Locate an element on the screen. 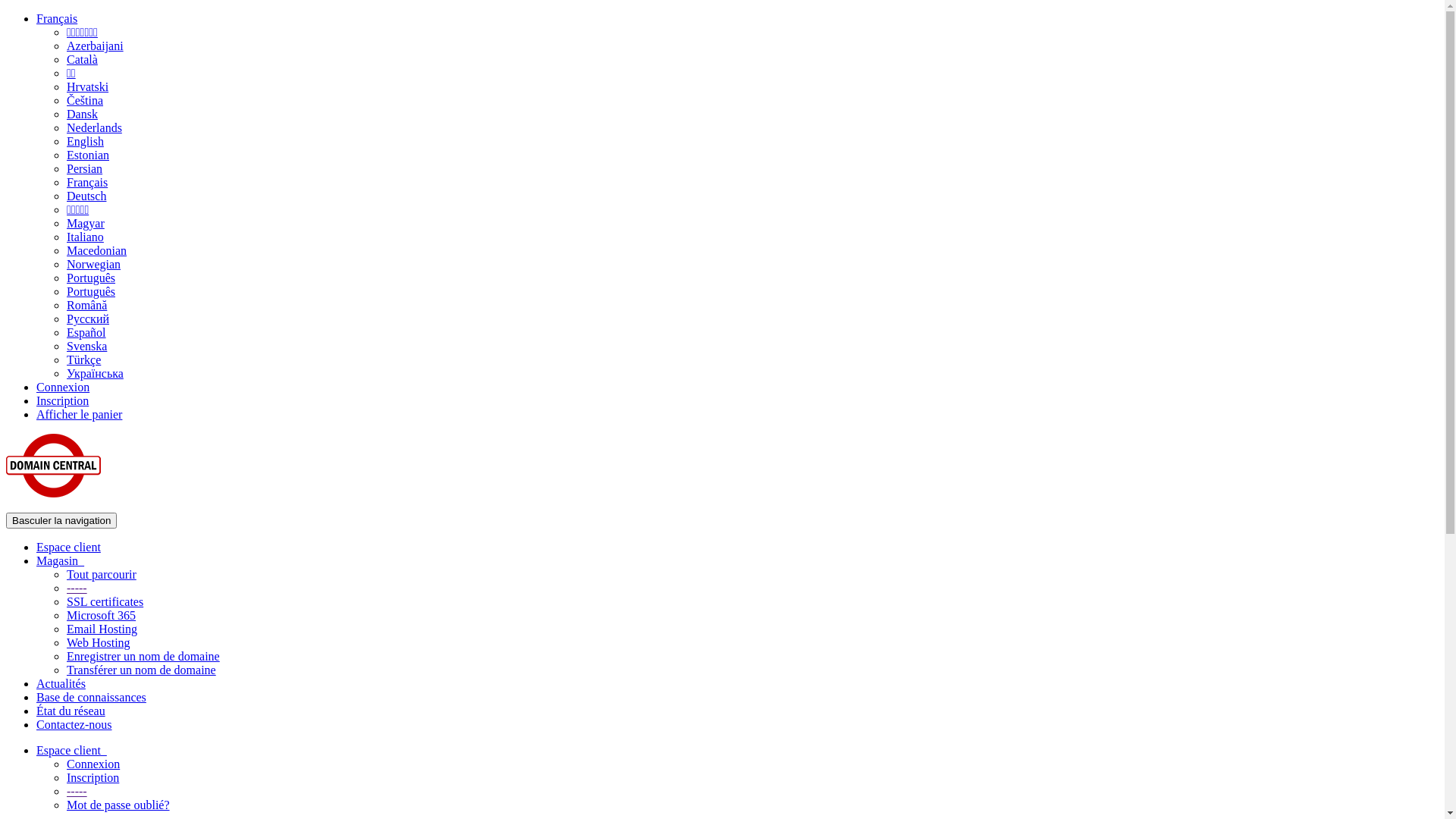  'Base de connaissances' is located at coordinates (36, 697).